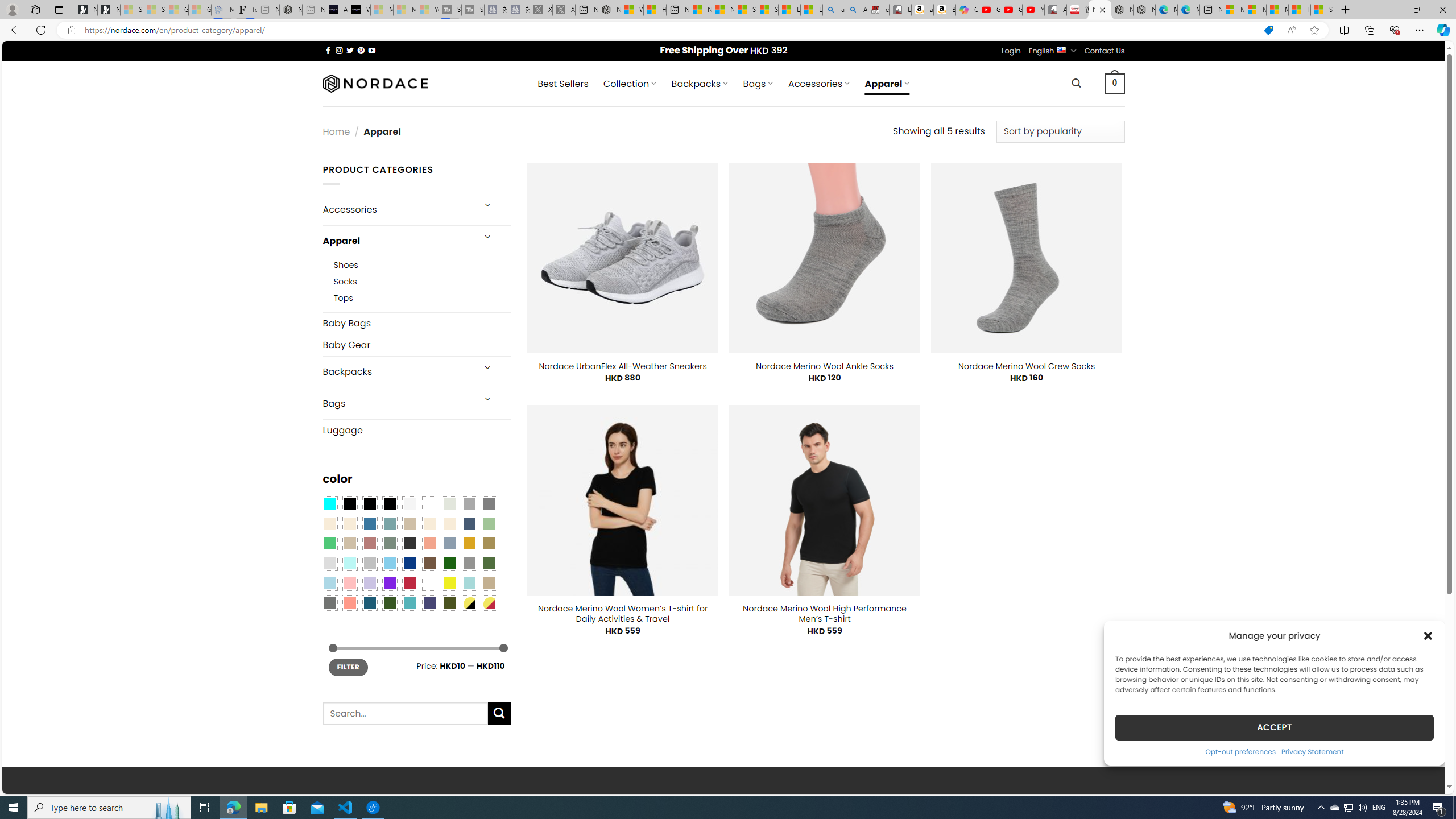  I want to click on 'Luggage', so click(416, 429).